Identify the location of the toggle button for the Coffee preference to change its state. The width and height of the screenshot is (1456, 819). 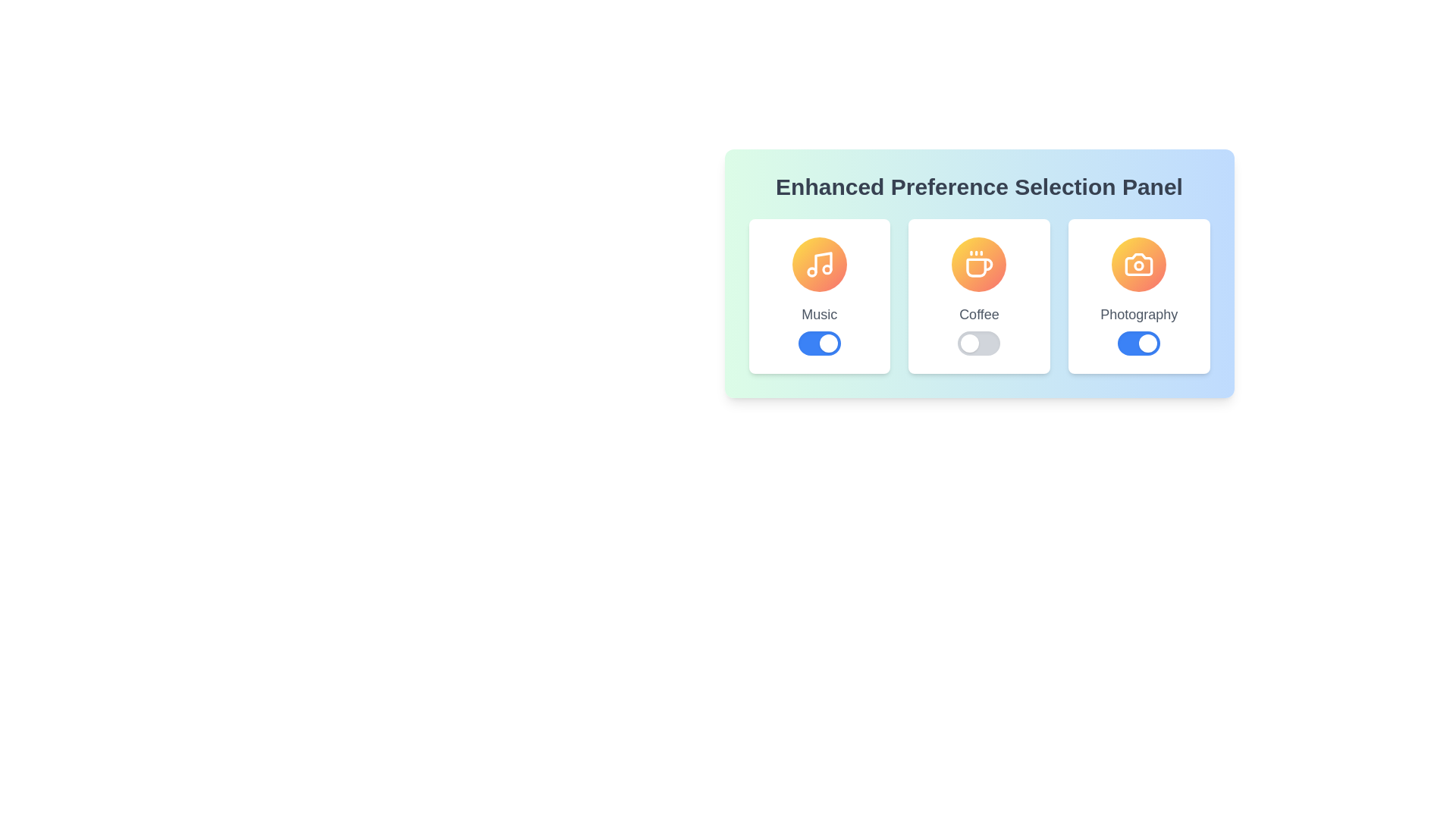
(979, 343).